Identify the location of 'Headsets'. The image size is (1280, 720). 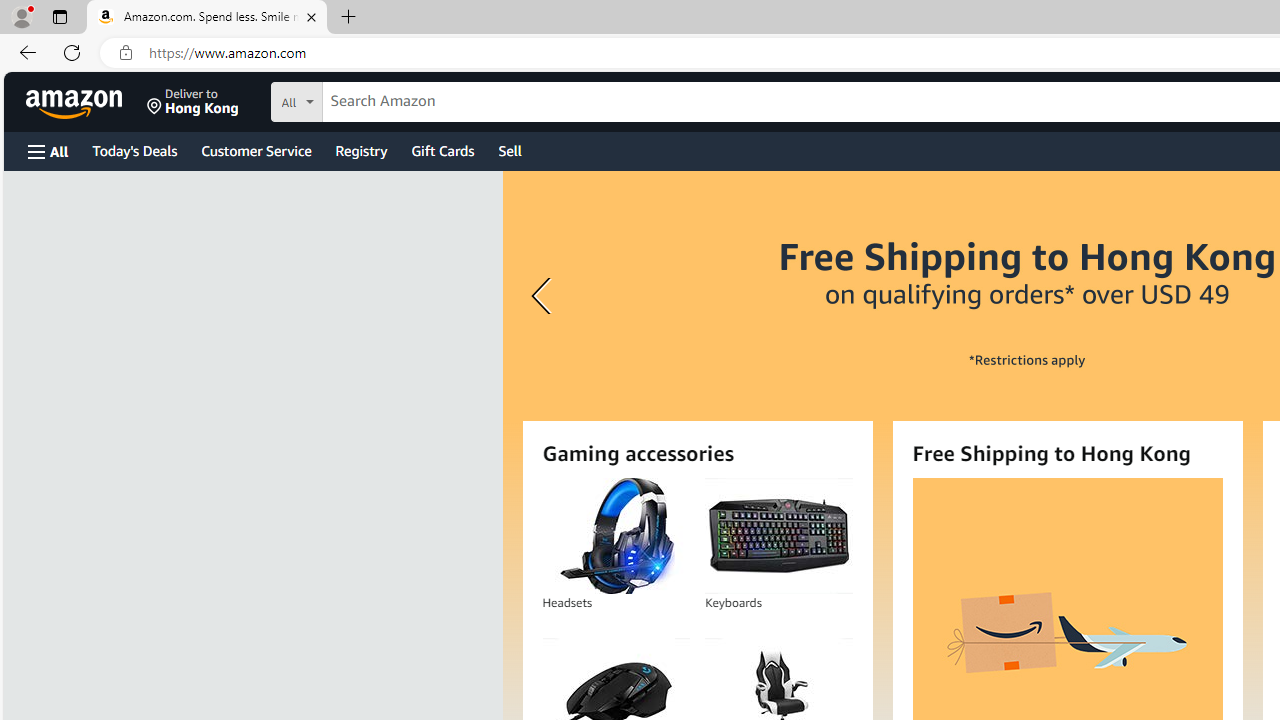
(615, 535).